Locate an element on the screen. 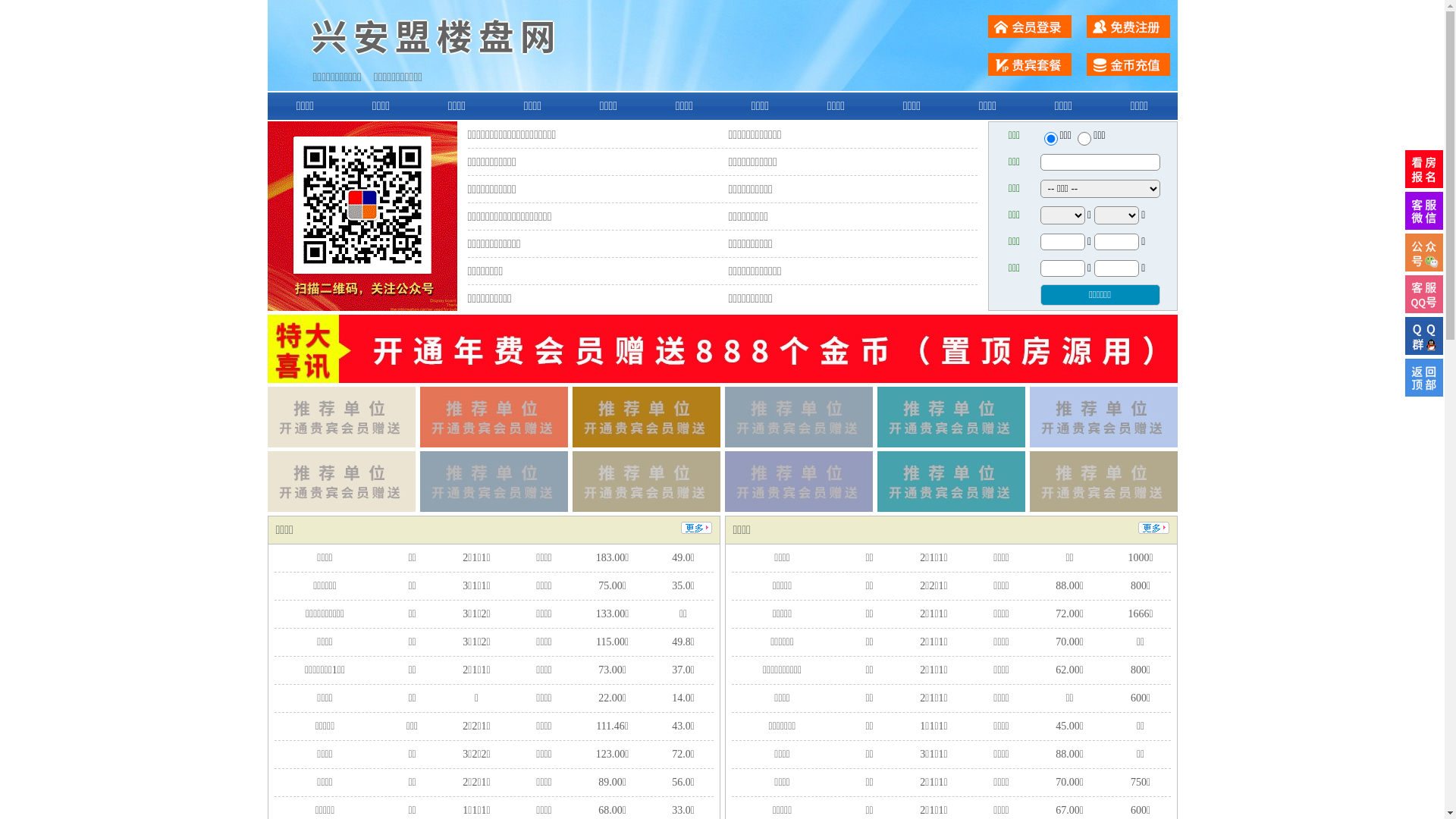  'chuzu' is located at coordinates (1084, 138).